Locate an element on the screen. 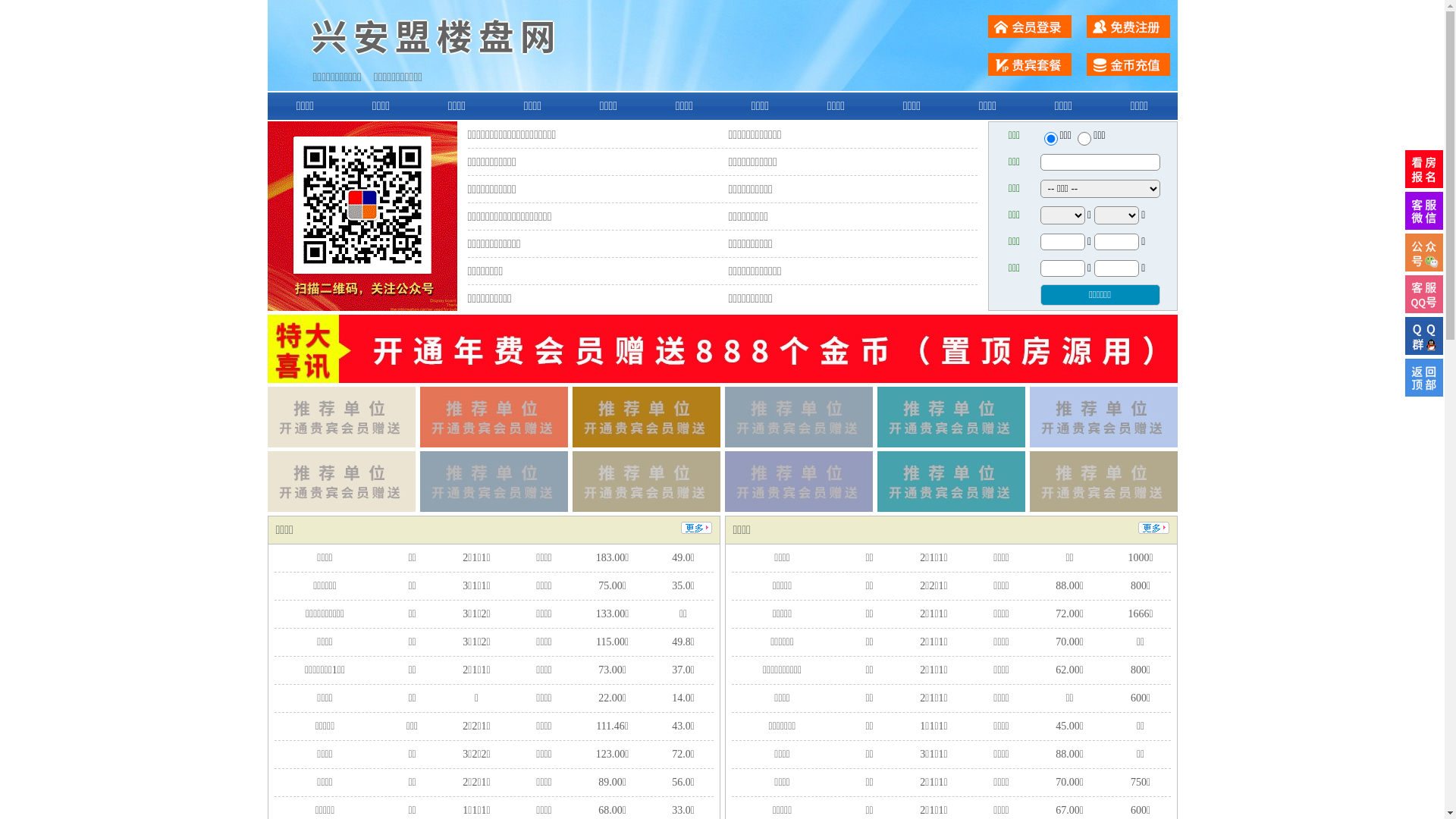  'chuzu' is located at coordinates (1084, 138).